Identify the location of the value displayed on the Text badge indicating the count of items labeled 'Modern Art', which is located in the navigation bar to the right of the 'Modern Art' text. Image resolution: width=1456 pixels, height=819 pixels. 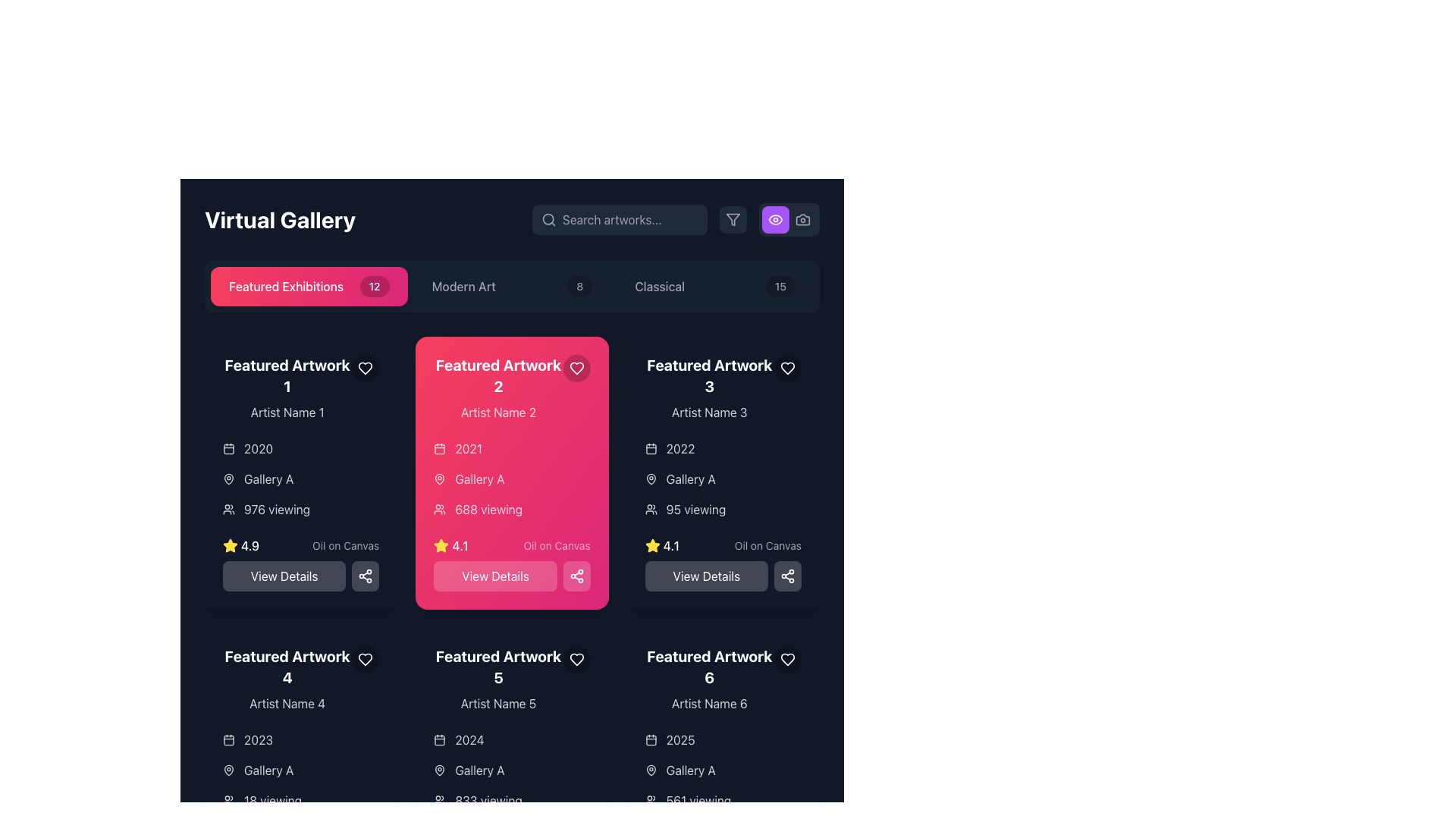
(579, 287).